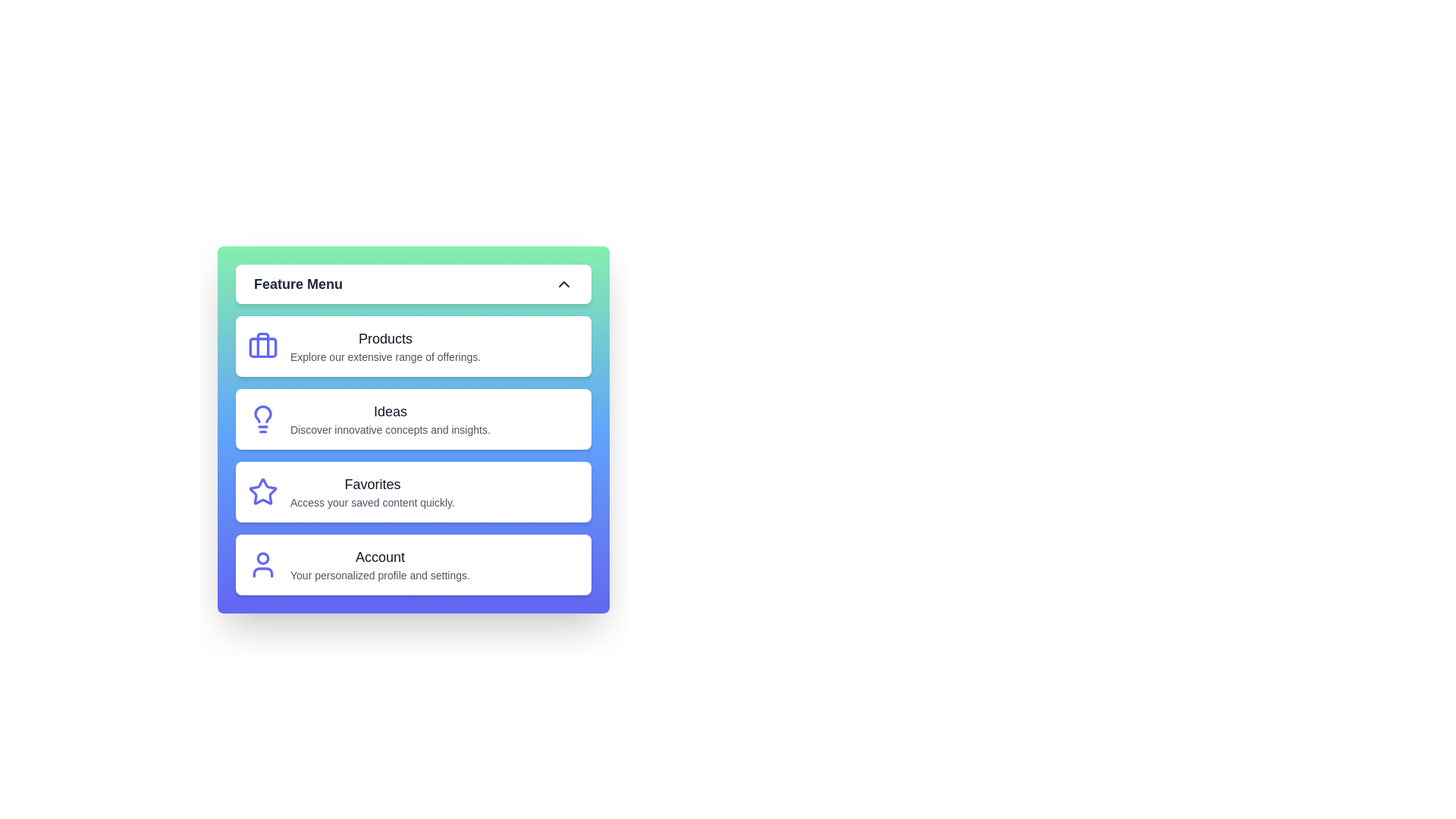 This screenshot has height=819, width=1456. I want to click on the 'Feature Menu' button to toggle the menu visibility, so click(413, 284).